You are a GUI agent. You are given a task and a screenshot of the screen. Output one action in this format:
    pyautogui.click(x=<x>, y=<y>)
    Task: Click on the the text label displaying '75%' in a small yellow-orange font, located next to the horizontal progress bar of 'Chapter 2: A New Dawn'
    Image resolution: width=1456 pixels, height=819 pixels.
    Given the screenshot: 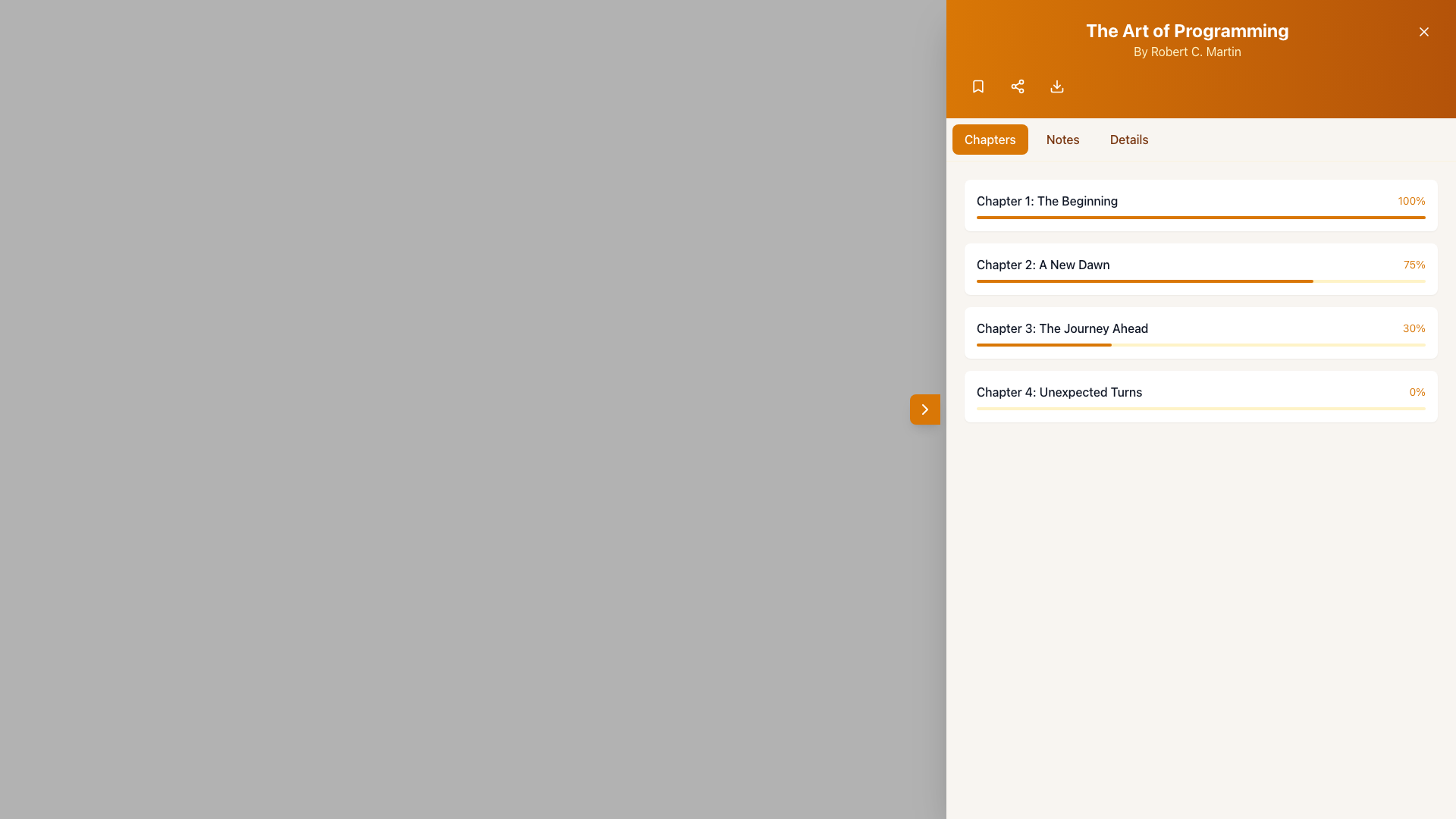 What is the action you would take?
    pyautogui.click(x=1414, y=263)
    